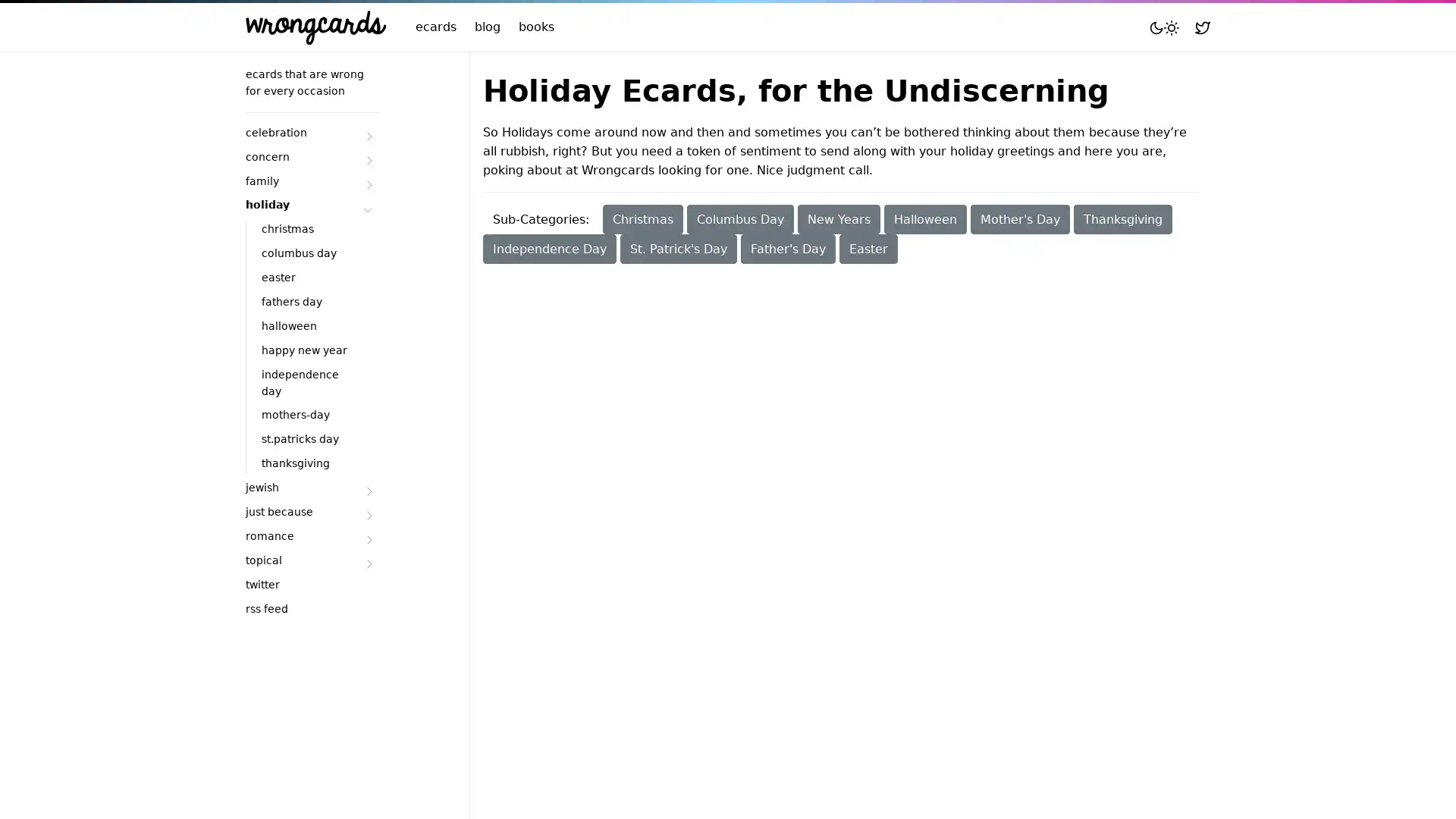  What do you see at coordinates (367, 563) in the screenshot?
I see `Submenu` at bounding box center [367, 563].